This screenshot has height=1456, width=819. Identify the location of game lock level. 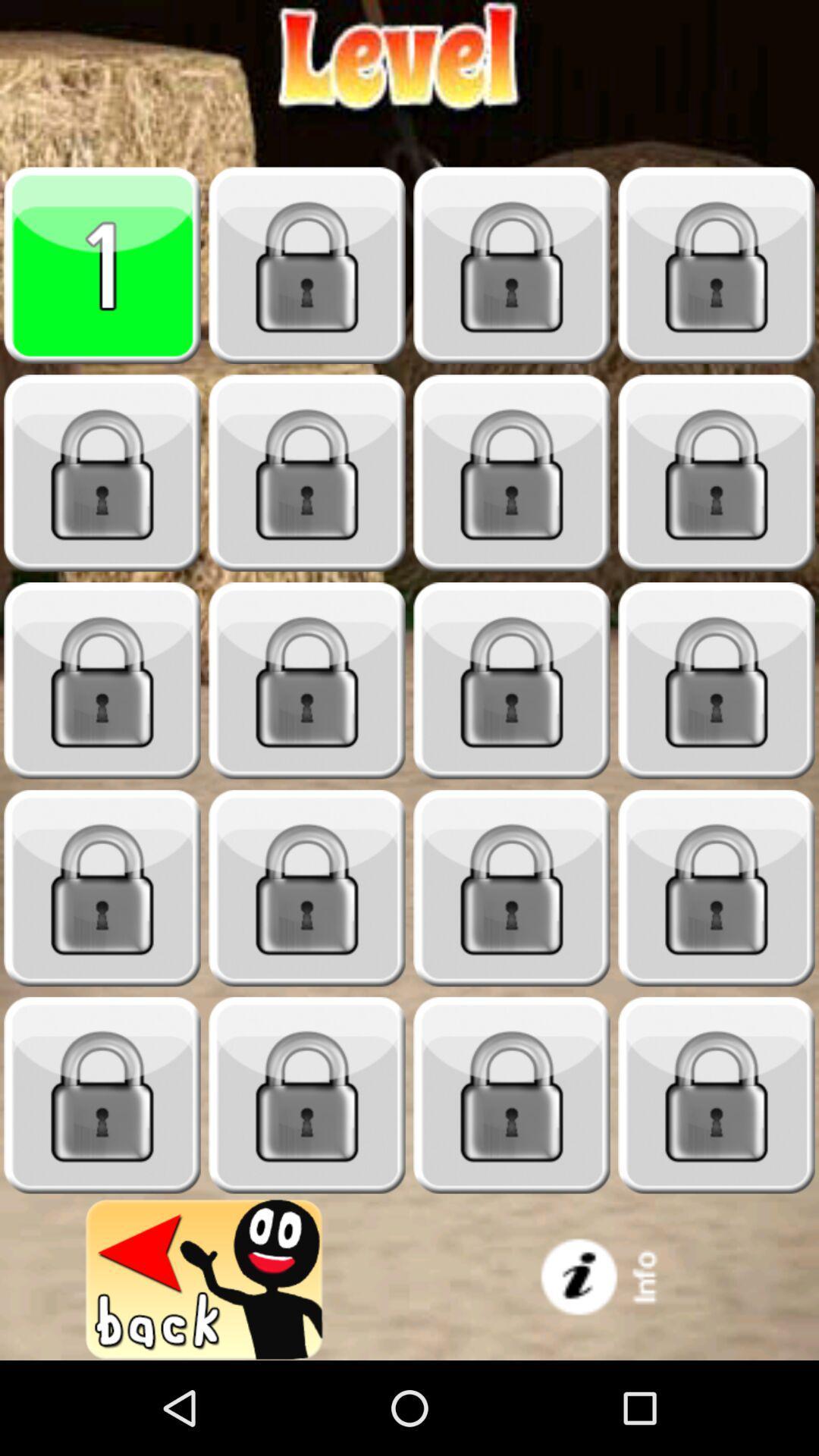
(307, 888).